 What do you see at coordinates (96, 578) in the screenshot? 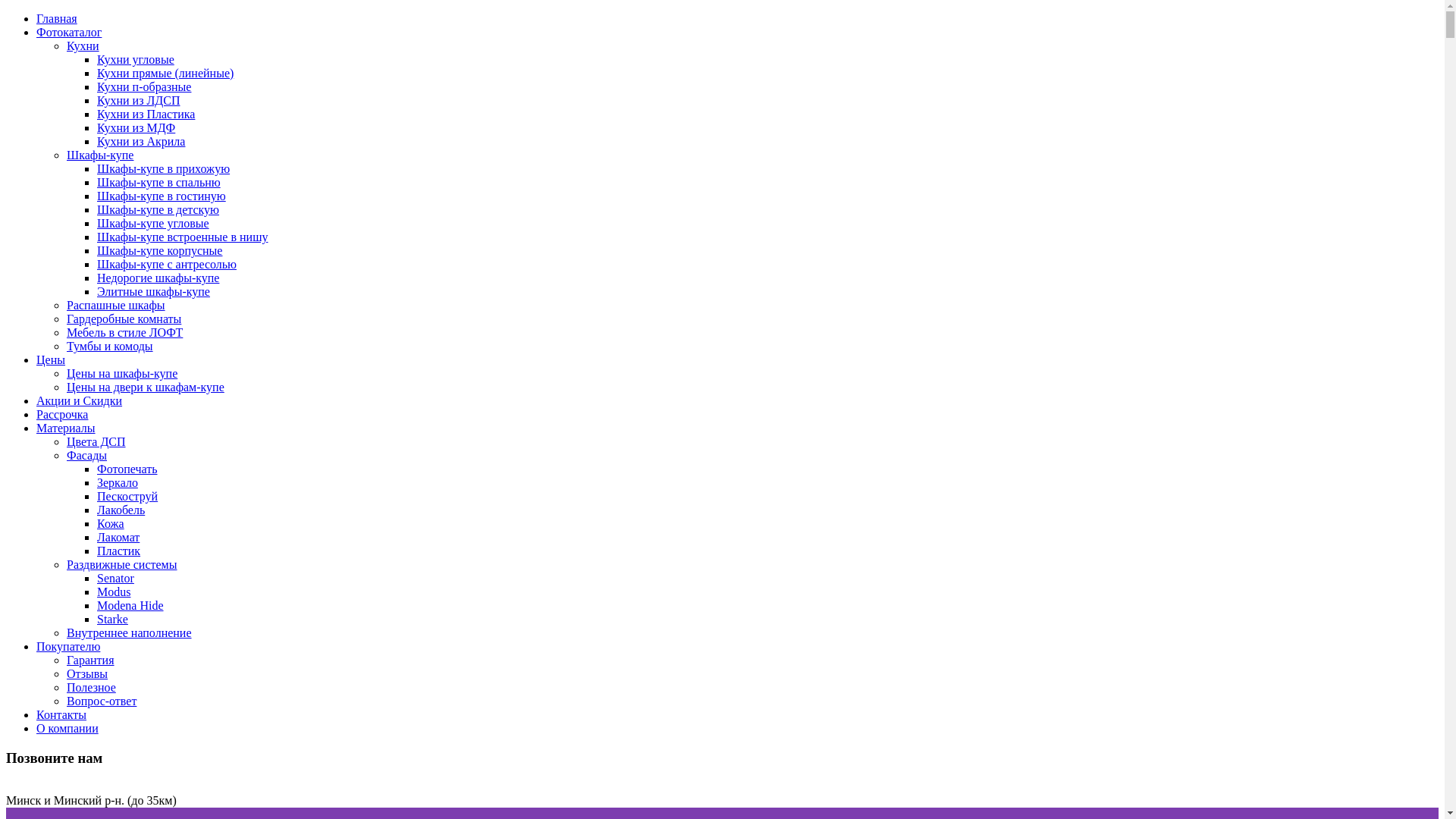
I see `'Senator'` at bounding box center [96, 578].